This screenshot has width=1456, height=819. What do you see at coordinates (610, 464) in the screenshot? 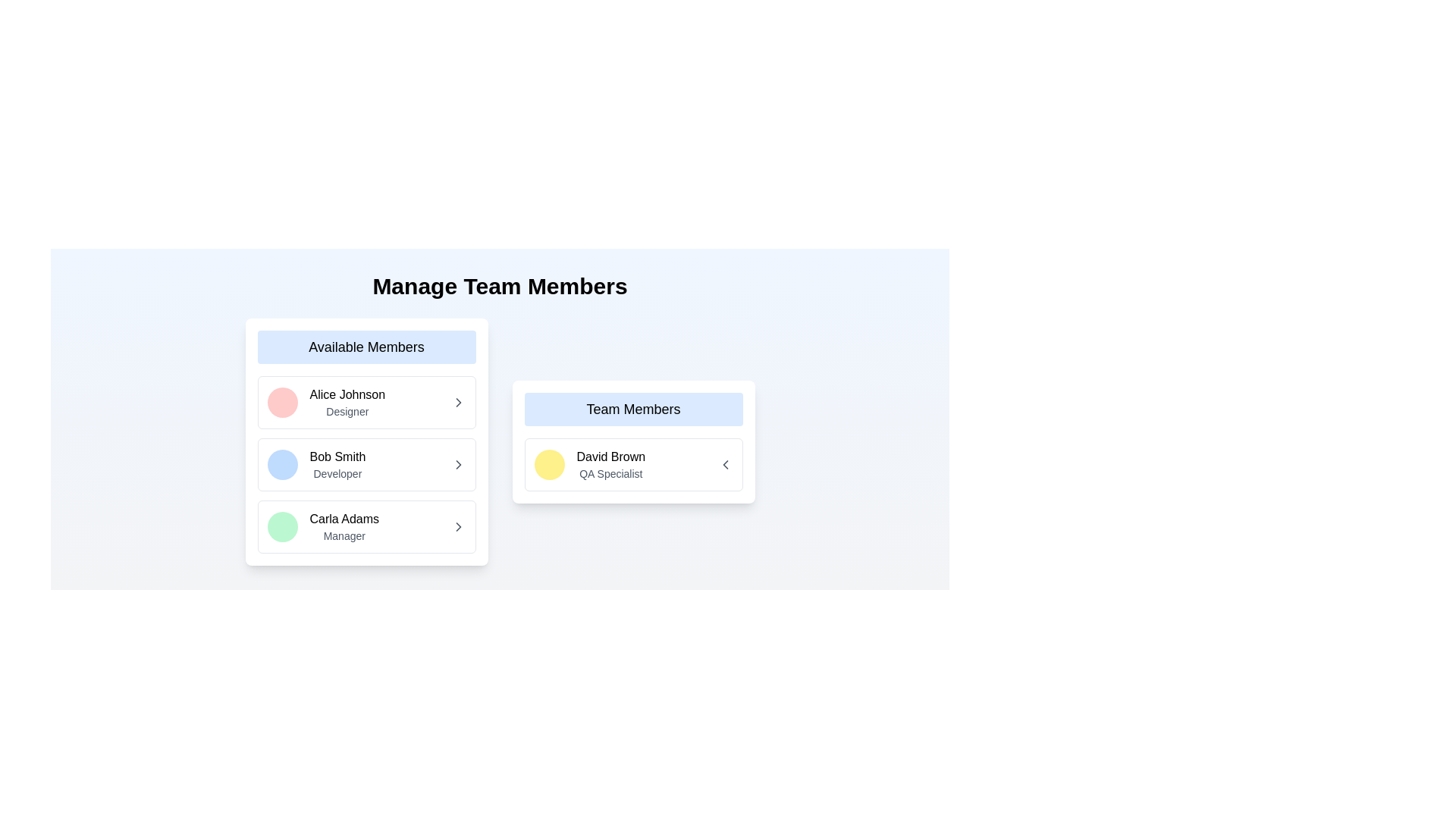
I see `text label displaying 'David Brown' and 'QA Specialist' located in the second column labeled 'Team Members', positioned to the right of a circular yellow avatar` at bounding box center [610, 464].